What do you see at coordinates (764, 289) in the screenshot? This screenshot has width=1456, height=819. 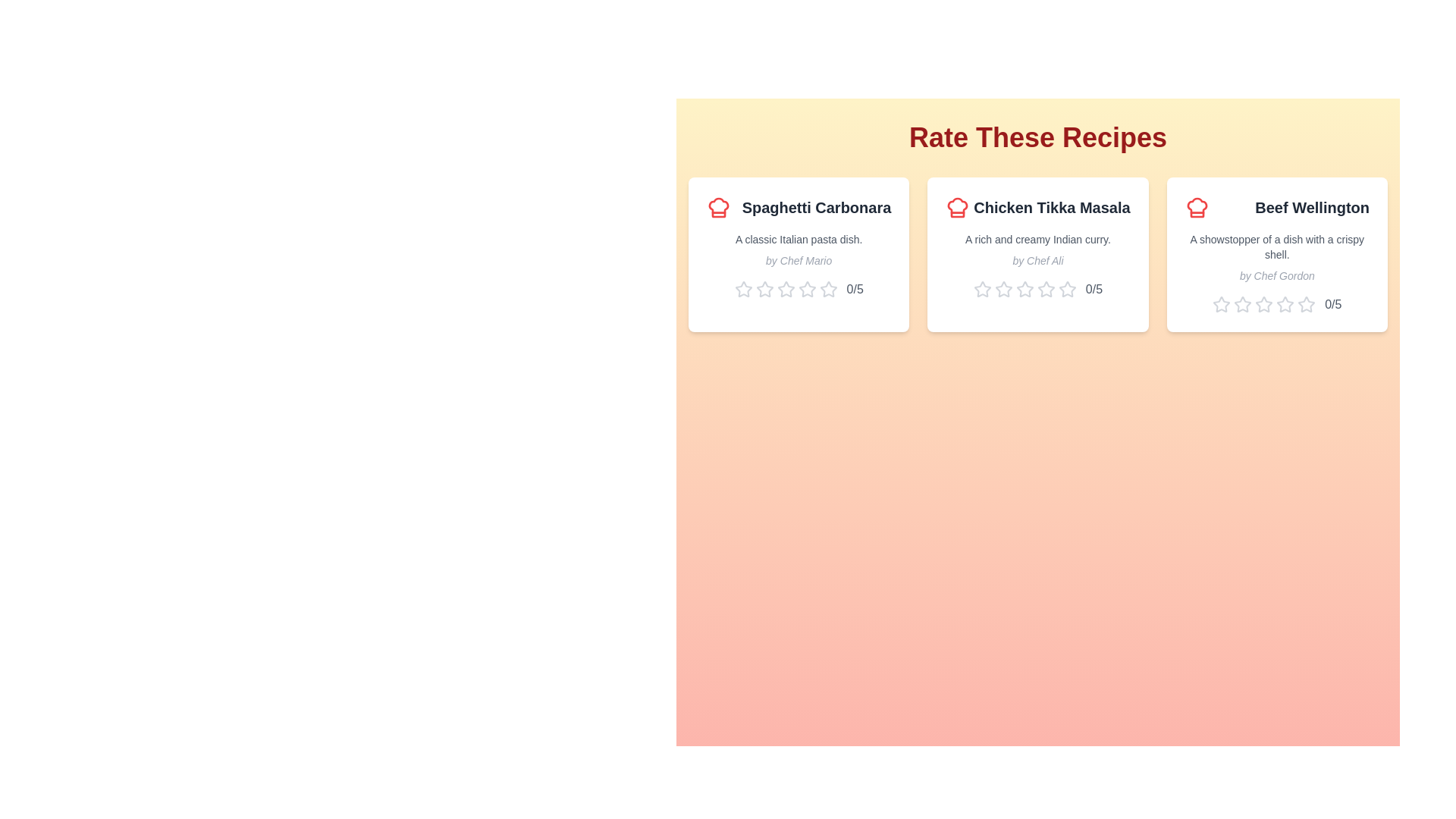 I see `the rating for a recipe to 2 stars` at bounding box center [764, 289].